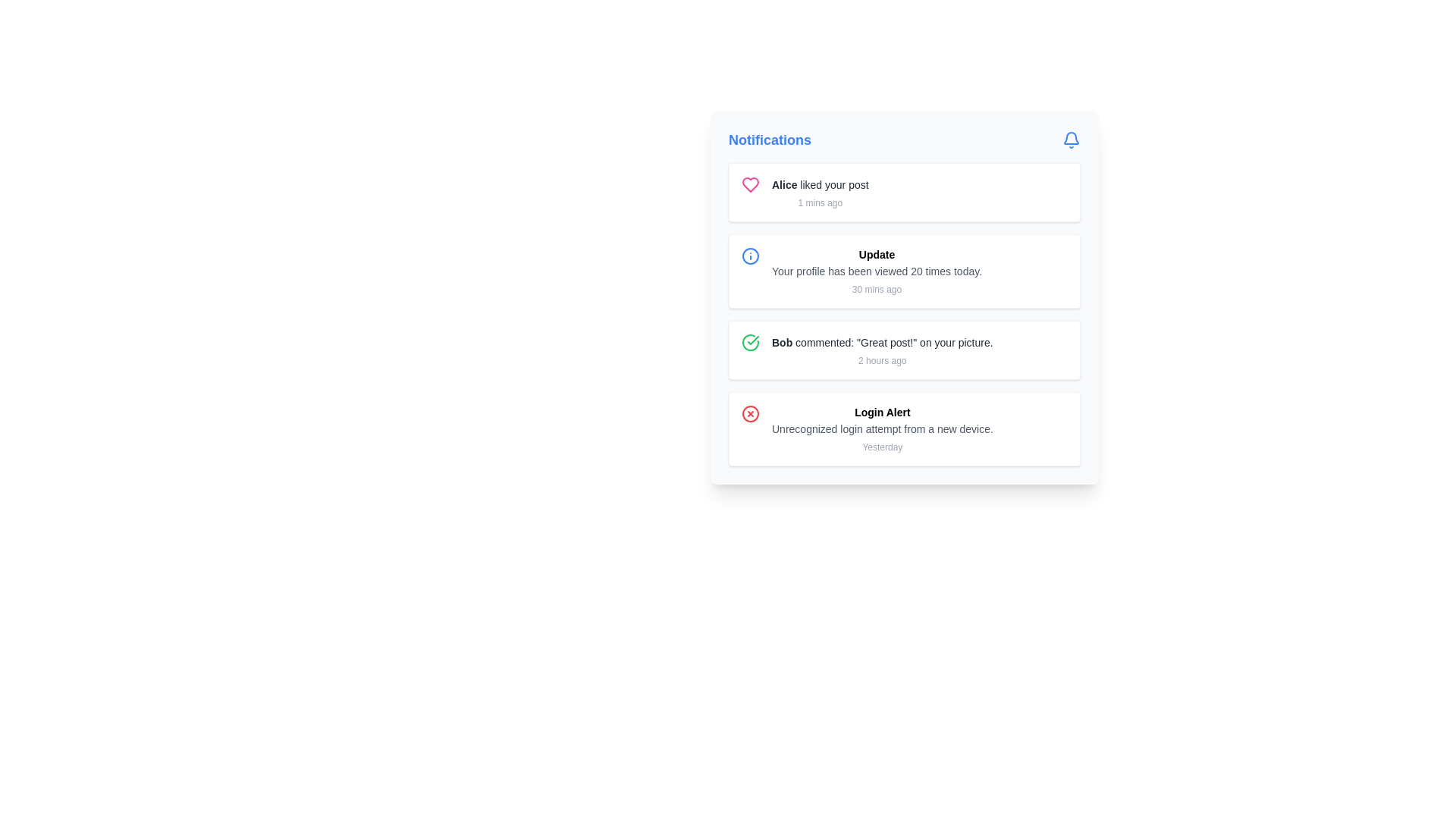 This screenshot has width=1456, height=819. What do you see at coordinates (782, 342) in the screenshot?
I see `the static text label displaying 'Bob' in the third notification item from the top in the notification panel` at bounding box center [782, 342].